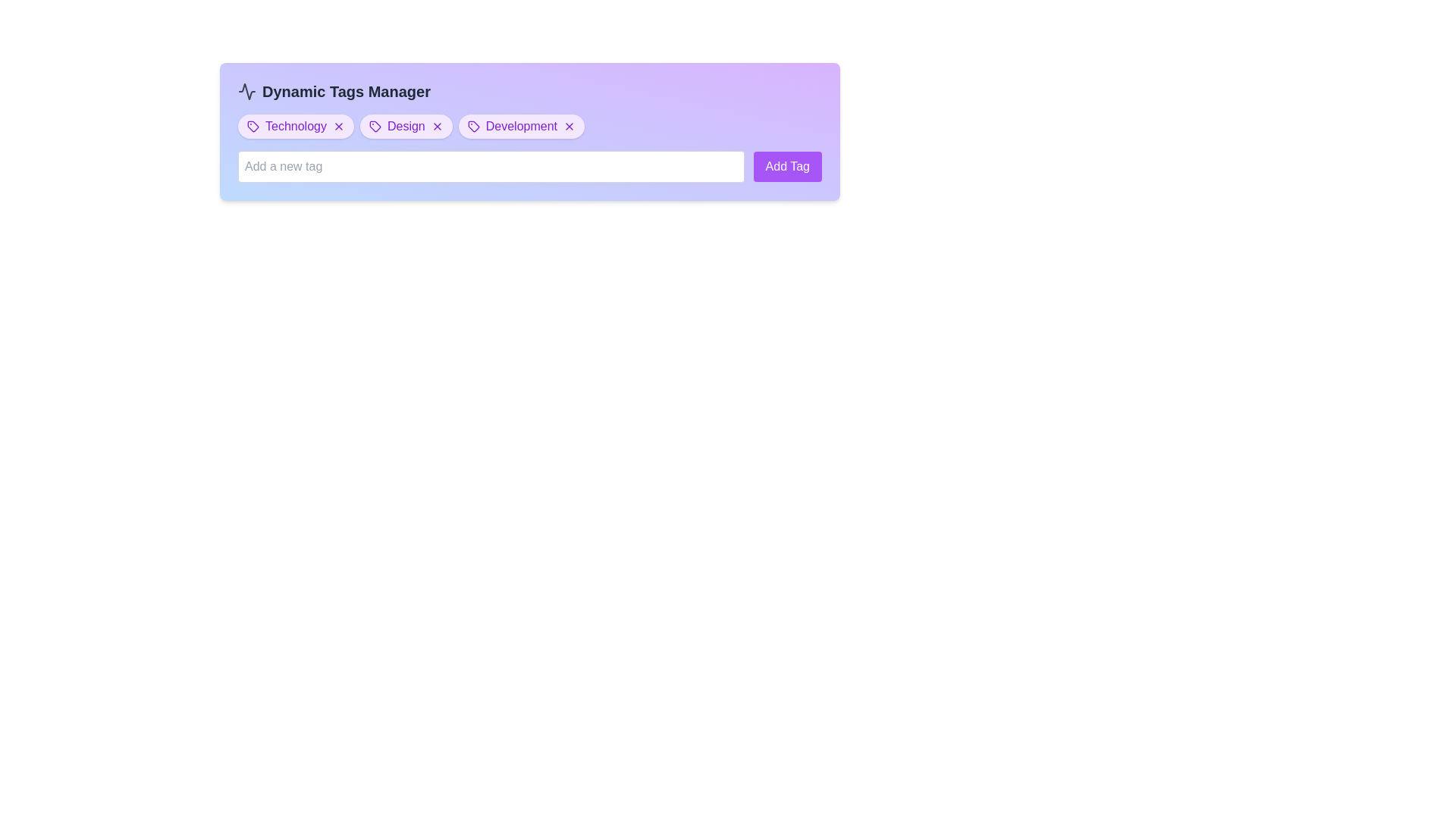 The height and width of the screenshot is (819, 1456). What do you see at coordinates (337, 125) in the screenshot?
I see `the 'X' icon button located to the right of the 'Technology' tag` at bounding box center [337, 125].